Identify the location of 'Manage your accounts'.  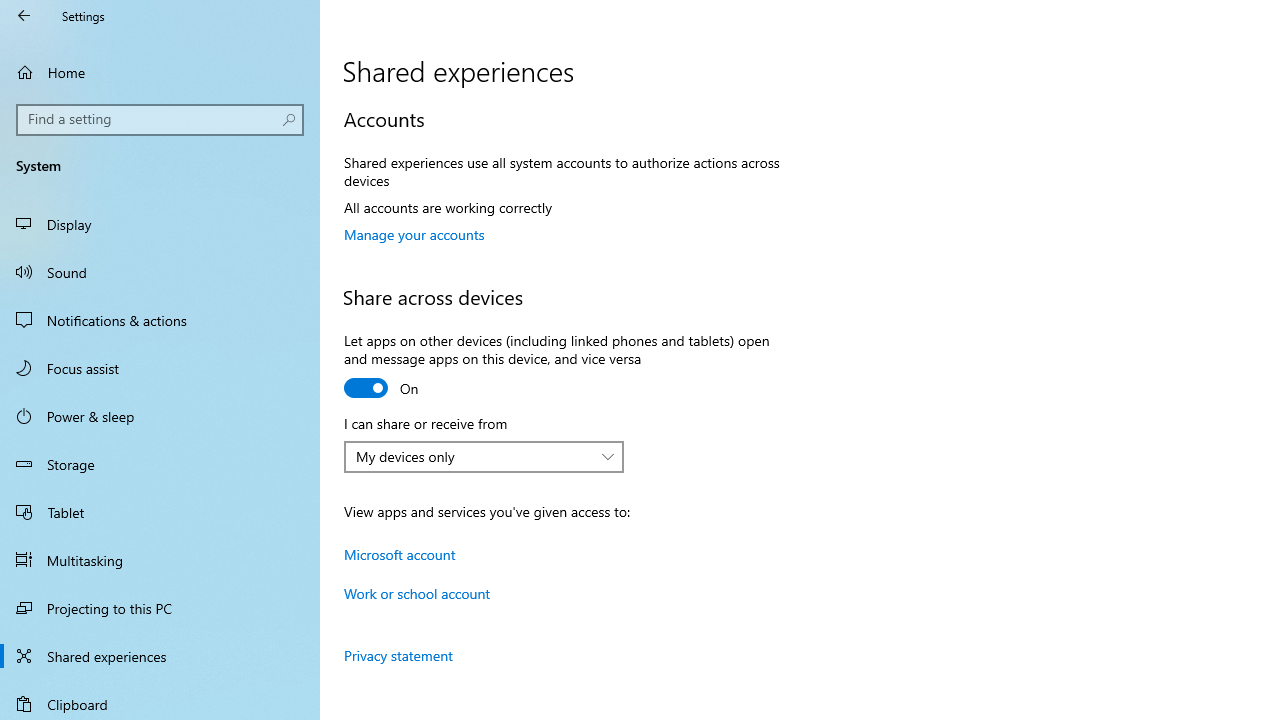
(413, 233).